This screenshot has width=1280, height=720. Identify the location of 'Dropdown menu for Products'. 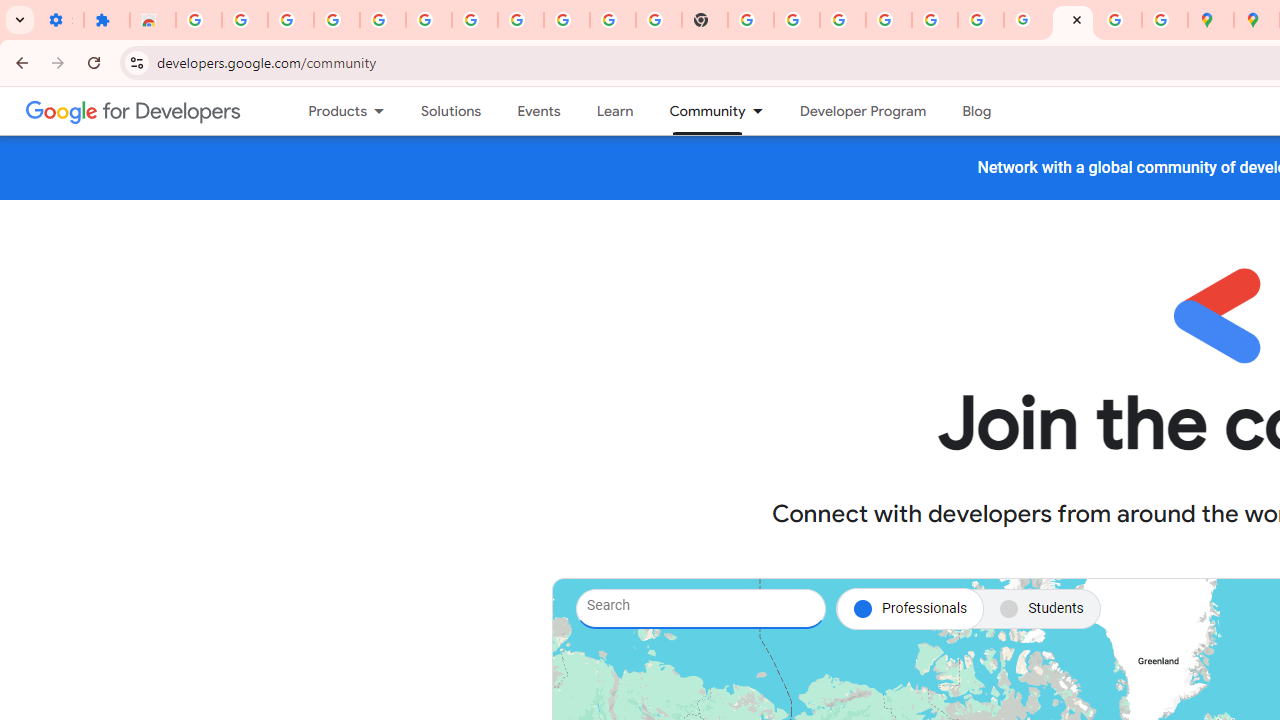
(385, 111).